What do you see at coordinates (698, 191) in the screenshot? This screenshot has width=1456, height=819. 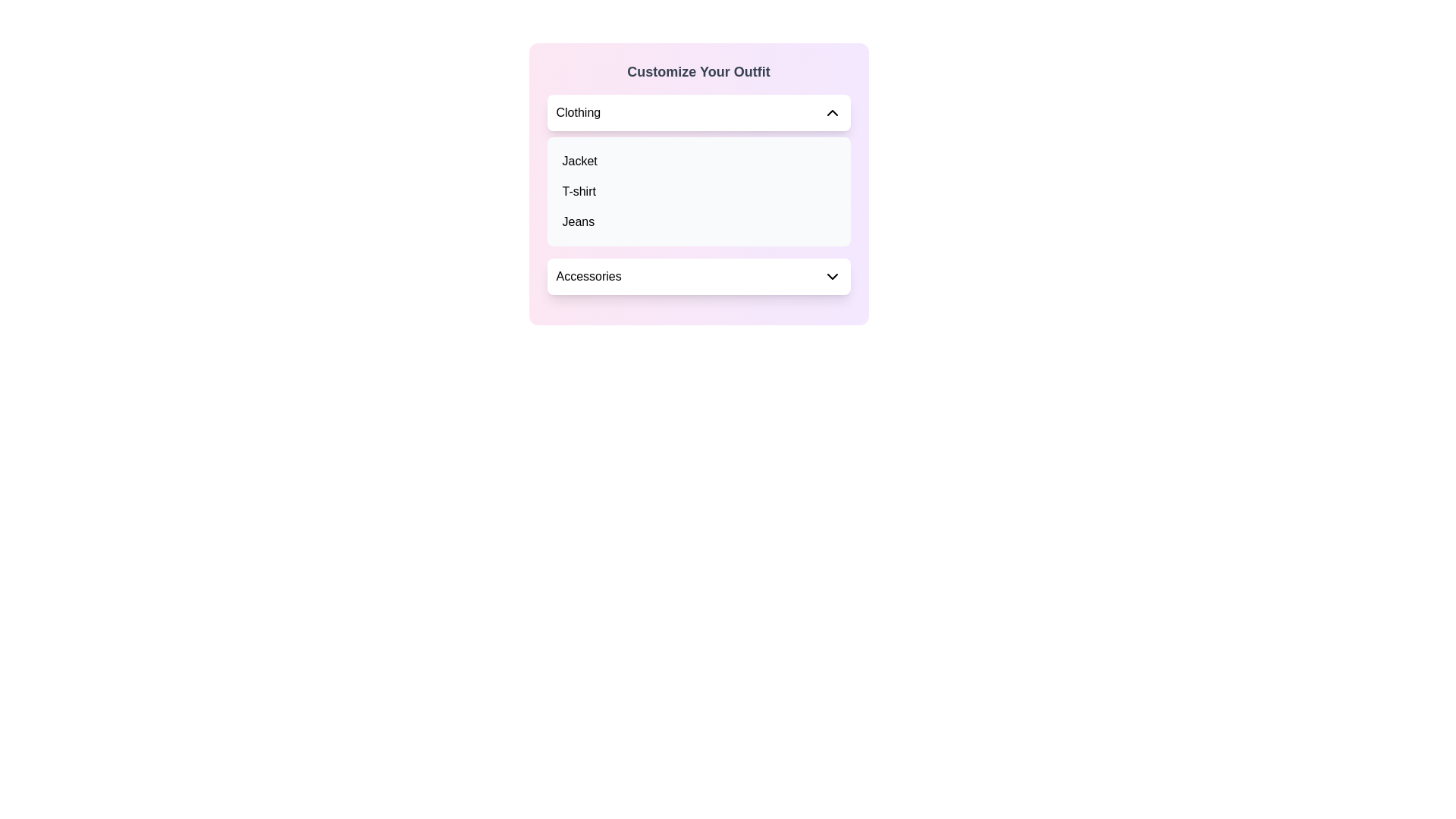 I see `on the 'T-shirt' Interactive List Item in the 'Customize Your Outfit' menu` at bounding box center [698, 191].